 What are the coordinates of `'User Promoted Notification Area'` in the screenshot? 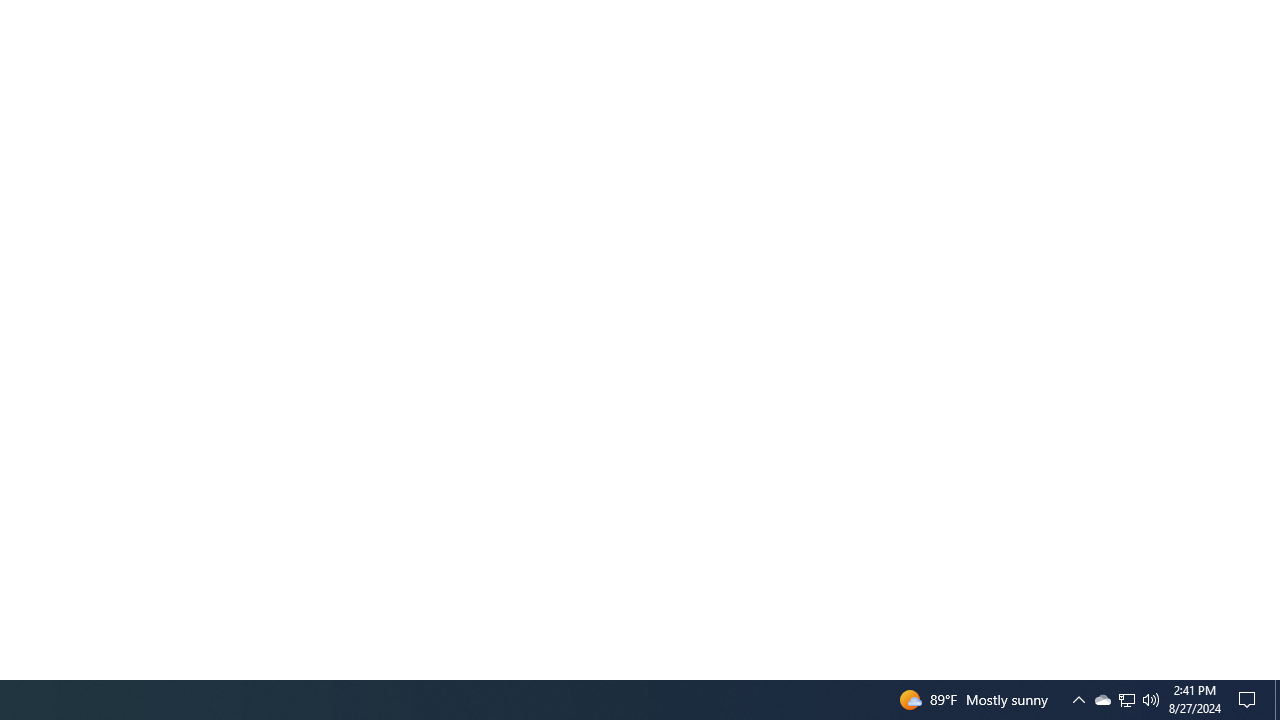 It's located at (1127, 698).